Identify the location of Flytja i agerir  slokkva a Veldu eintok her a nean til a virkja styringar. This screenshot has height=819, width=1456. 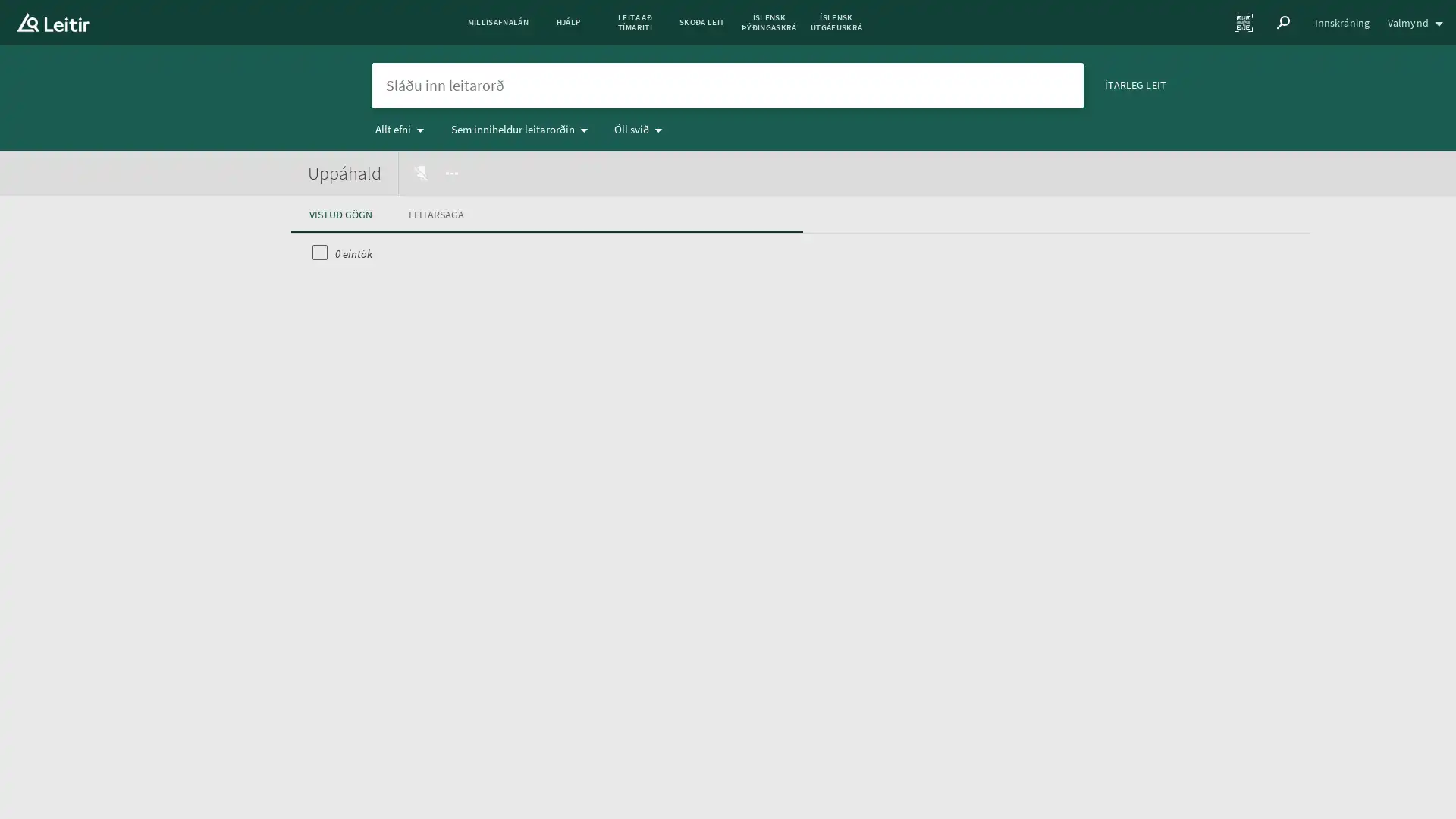
(450, 171).